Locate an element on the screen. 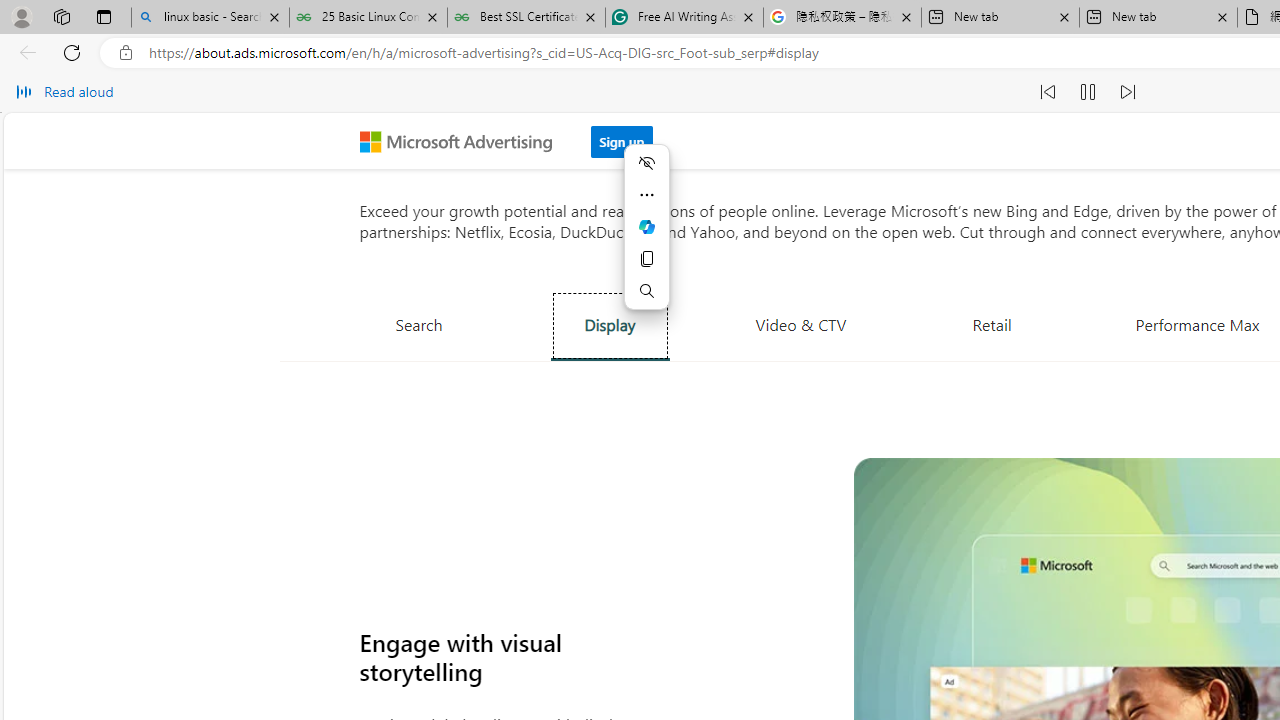 Image resolution: width=1280 pixels, height=720 pixels. '25 Basic Linux Commands For Beginners - GeeksforGeeks' is located at coordinates (368, 17).